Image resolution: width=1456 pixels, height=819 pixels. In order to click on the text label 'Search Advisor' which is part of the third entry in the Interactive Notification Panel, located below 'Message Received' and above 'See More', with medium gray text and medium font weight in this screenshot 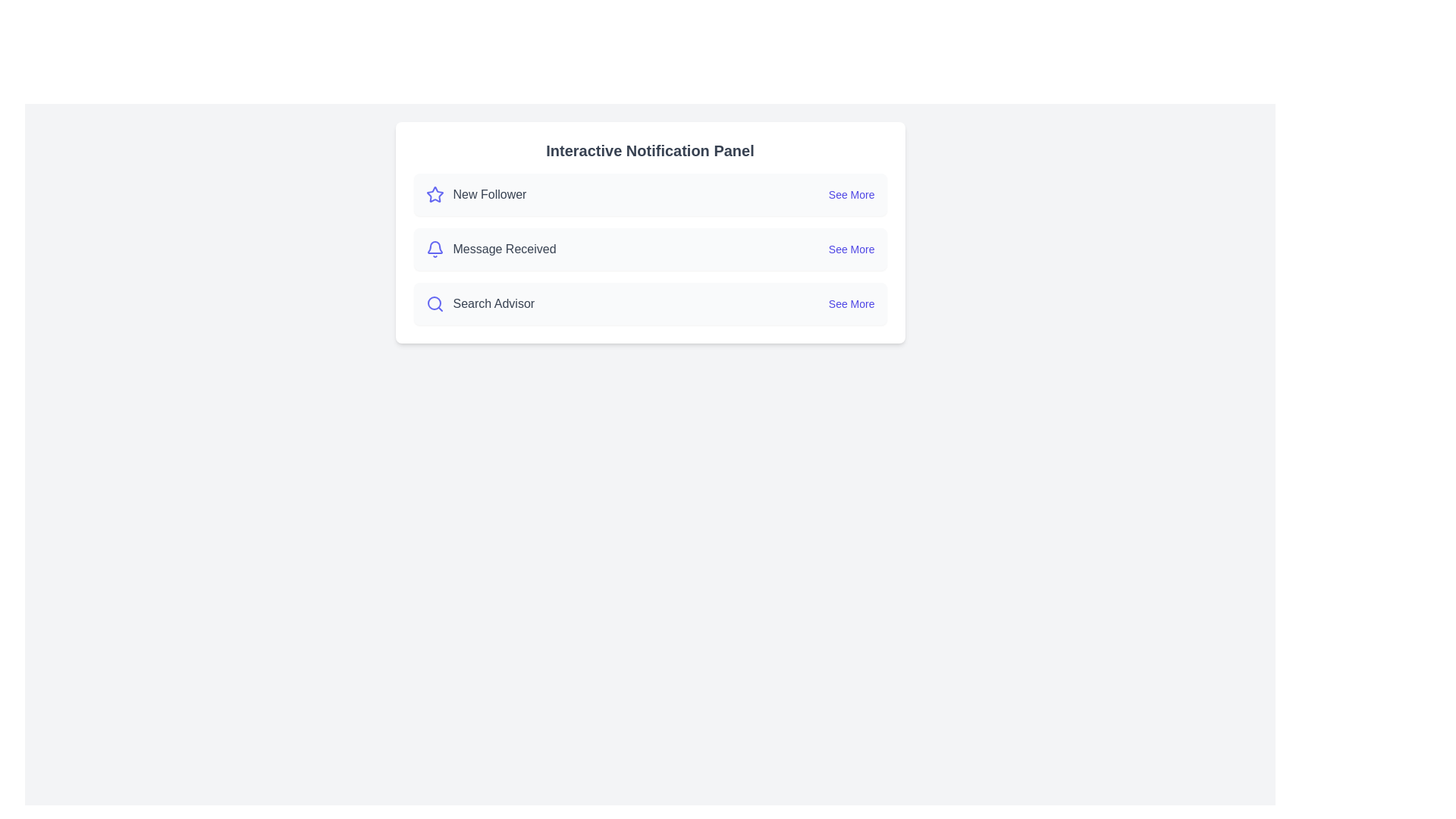, I will do `click(494, 304)`.